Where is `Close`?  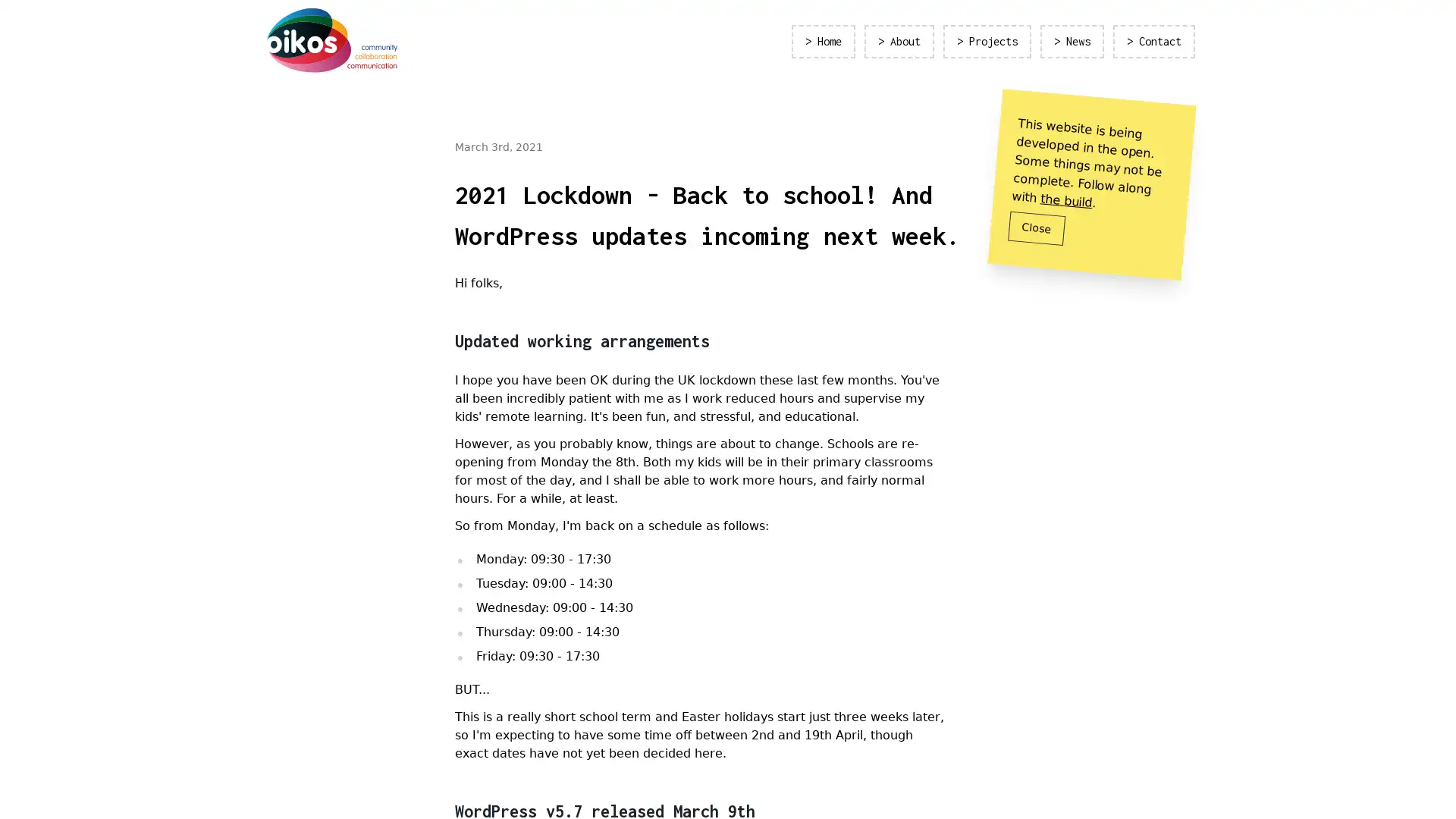 Close is located at coordinates (1036, 227).